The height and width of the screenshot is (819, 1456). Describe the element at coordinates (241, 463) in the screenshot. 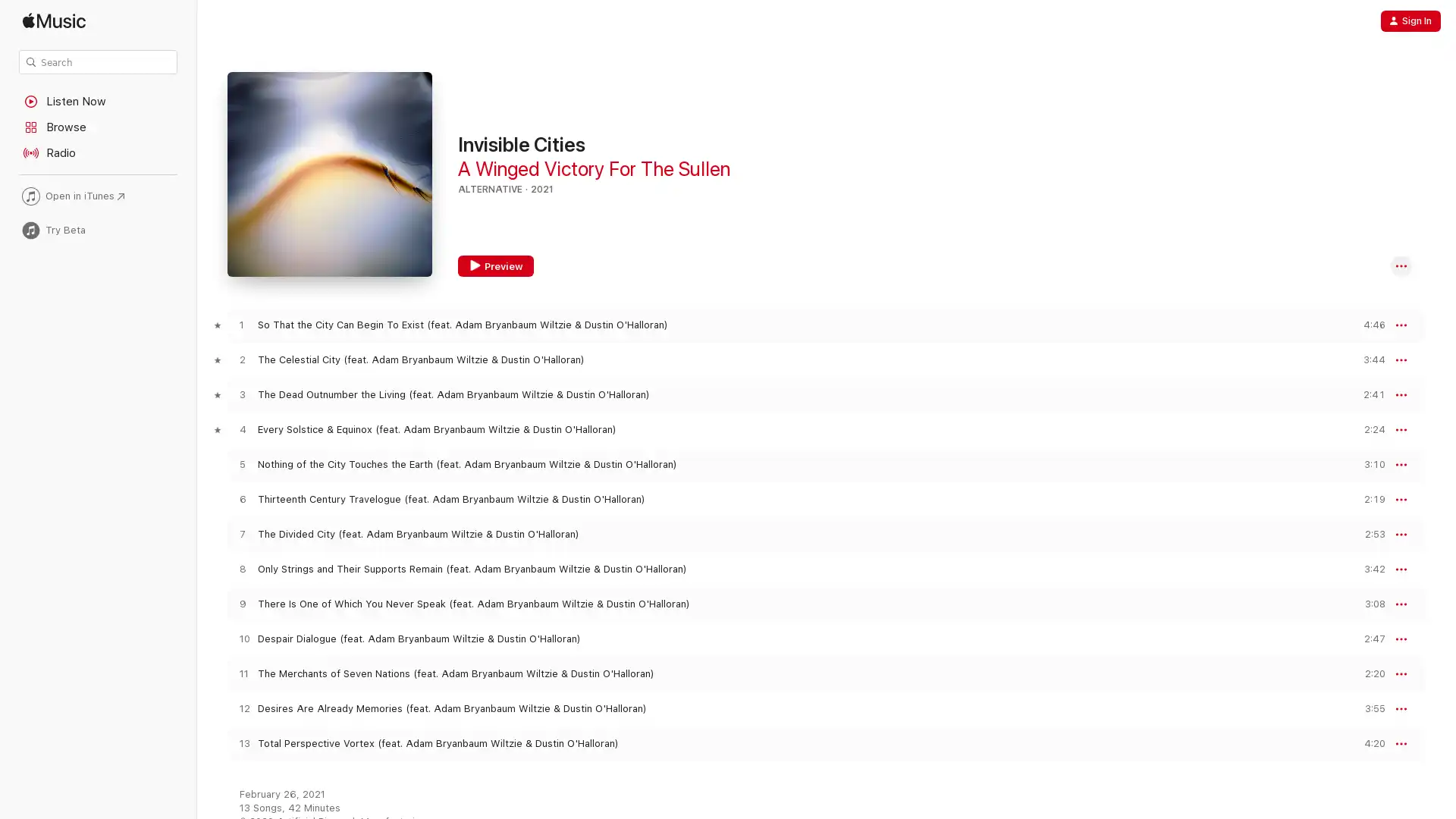

I see `Play` at that location.